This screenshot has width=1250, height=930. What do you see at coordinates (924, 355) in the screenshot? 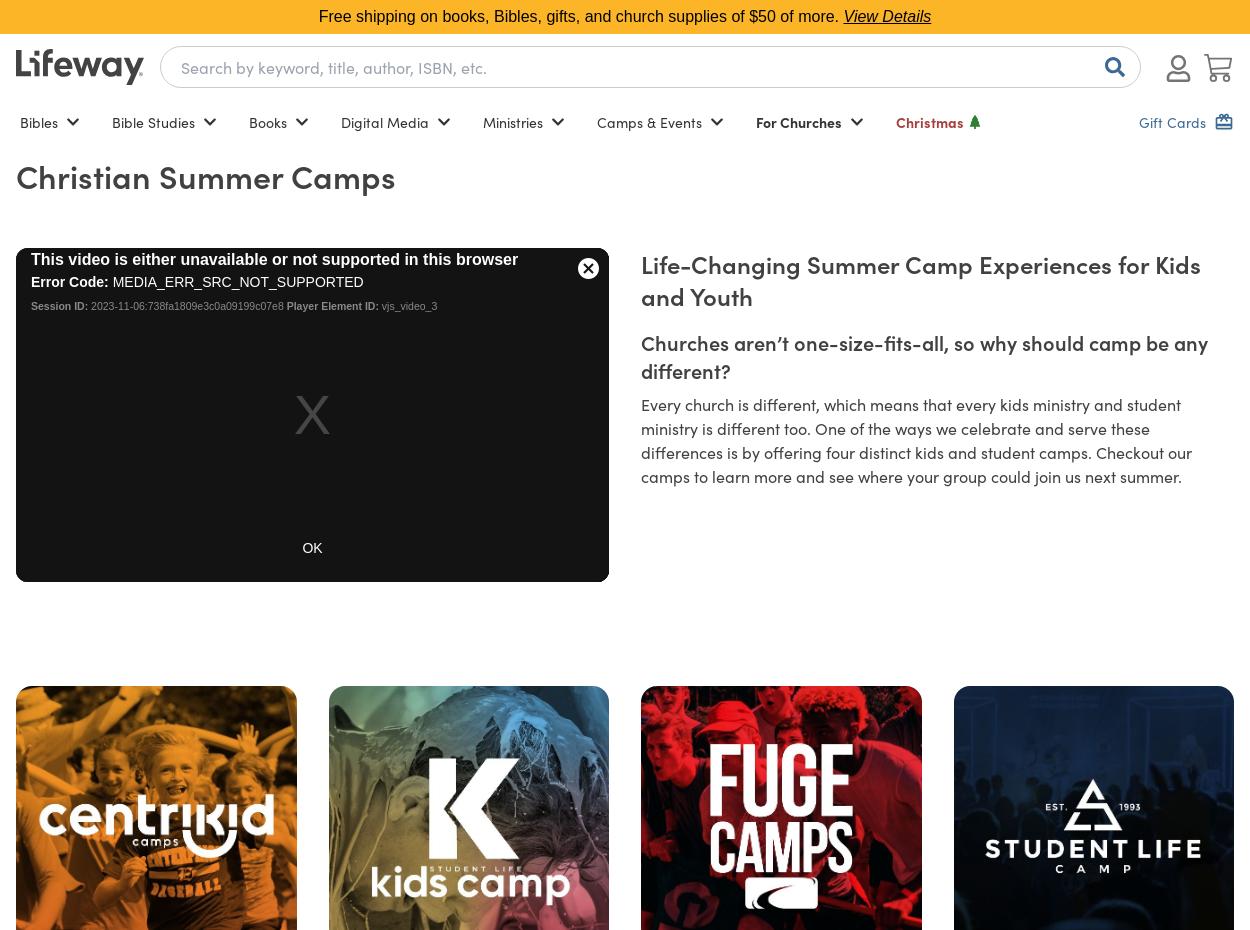
I see `'Churches aren’t one-size-fits-all, so why should camp be any different?'` at bounding box center [924, 355].